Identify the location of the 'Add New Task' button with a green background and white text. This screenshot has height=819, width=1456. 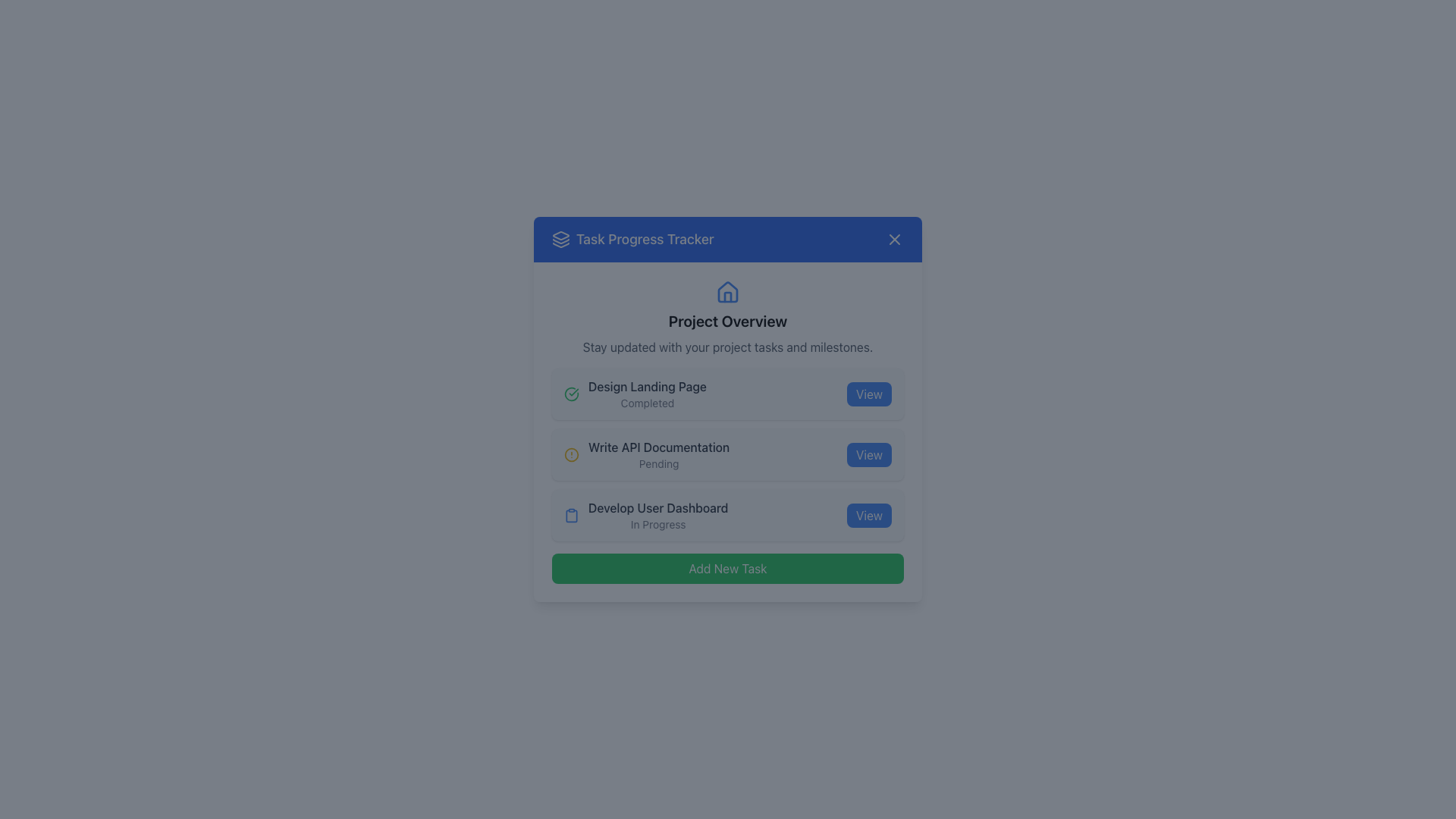
(728, 568).